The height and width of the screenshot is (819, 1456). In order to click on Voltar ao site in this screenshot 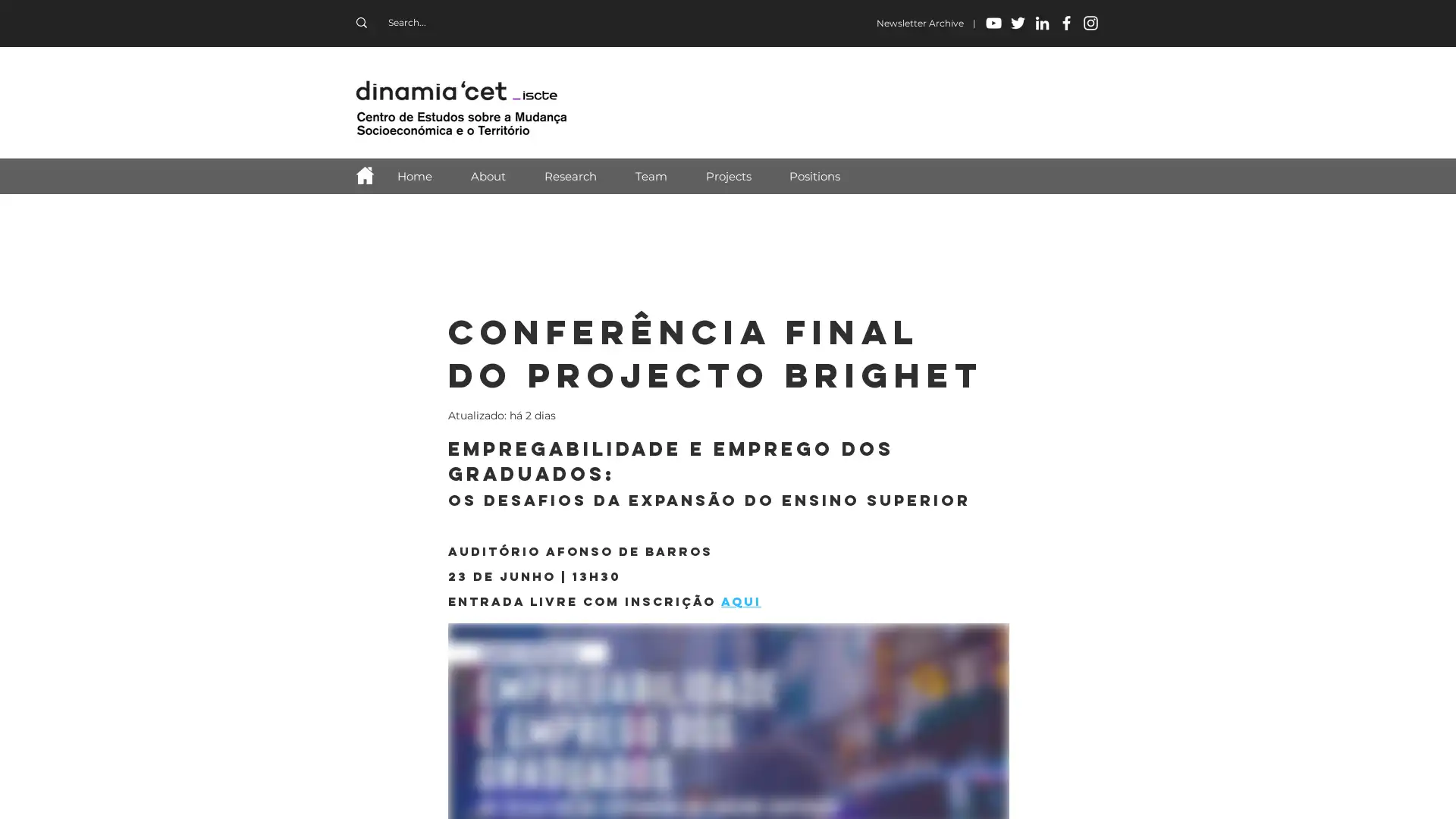, I will do `click(908, 263)`.